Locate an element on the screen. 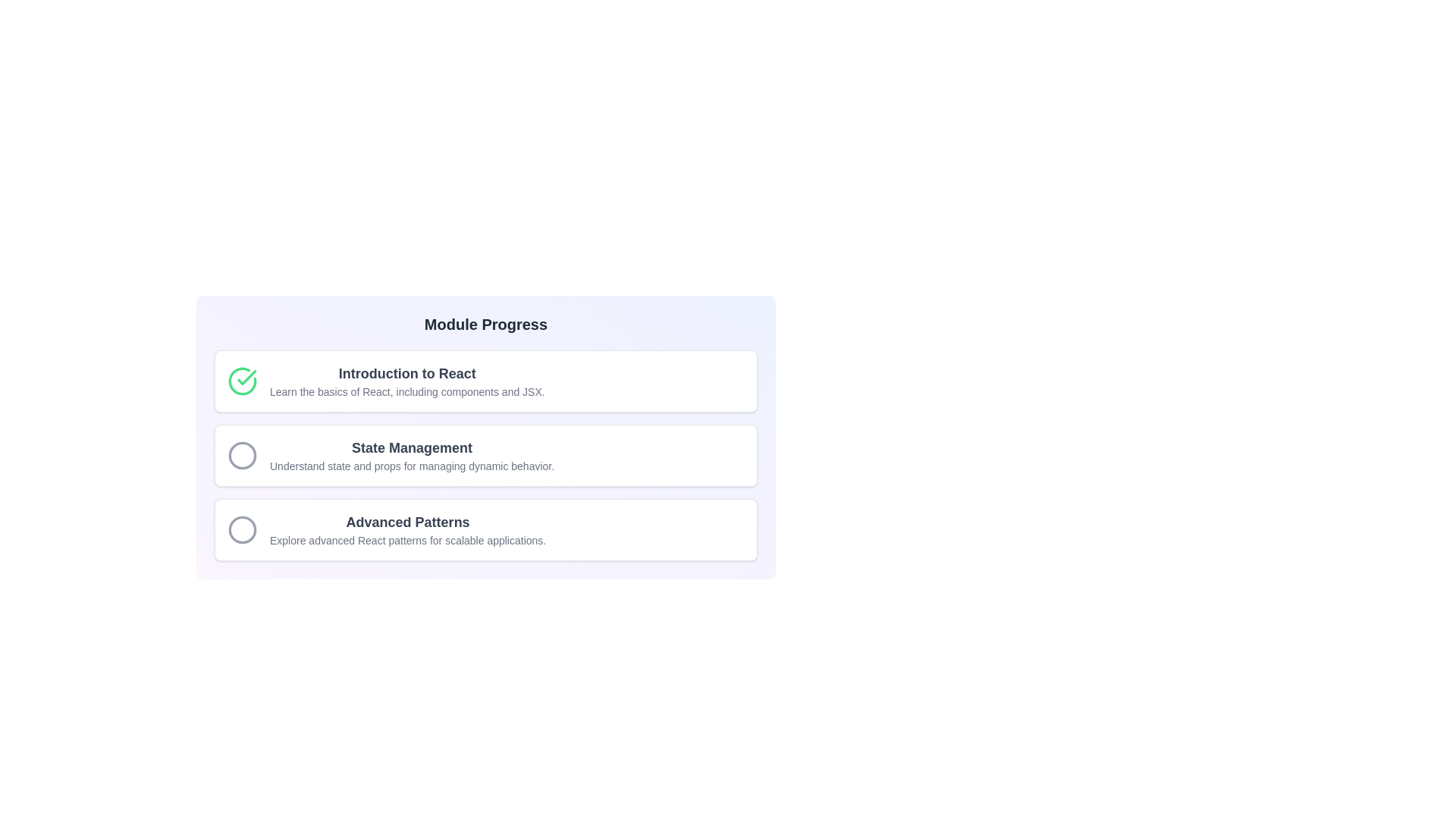 The width and height of the screenshot is (1456, 819). the second list item in the 'Module Progress' section, which contains information about React programming is located at coordinates (486, 455).